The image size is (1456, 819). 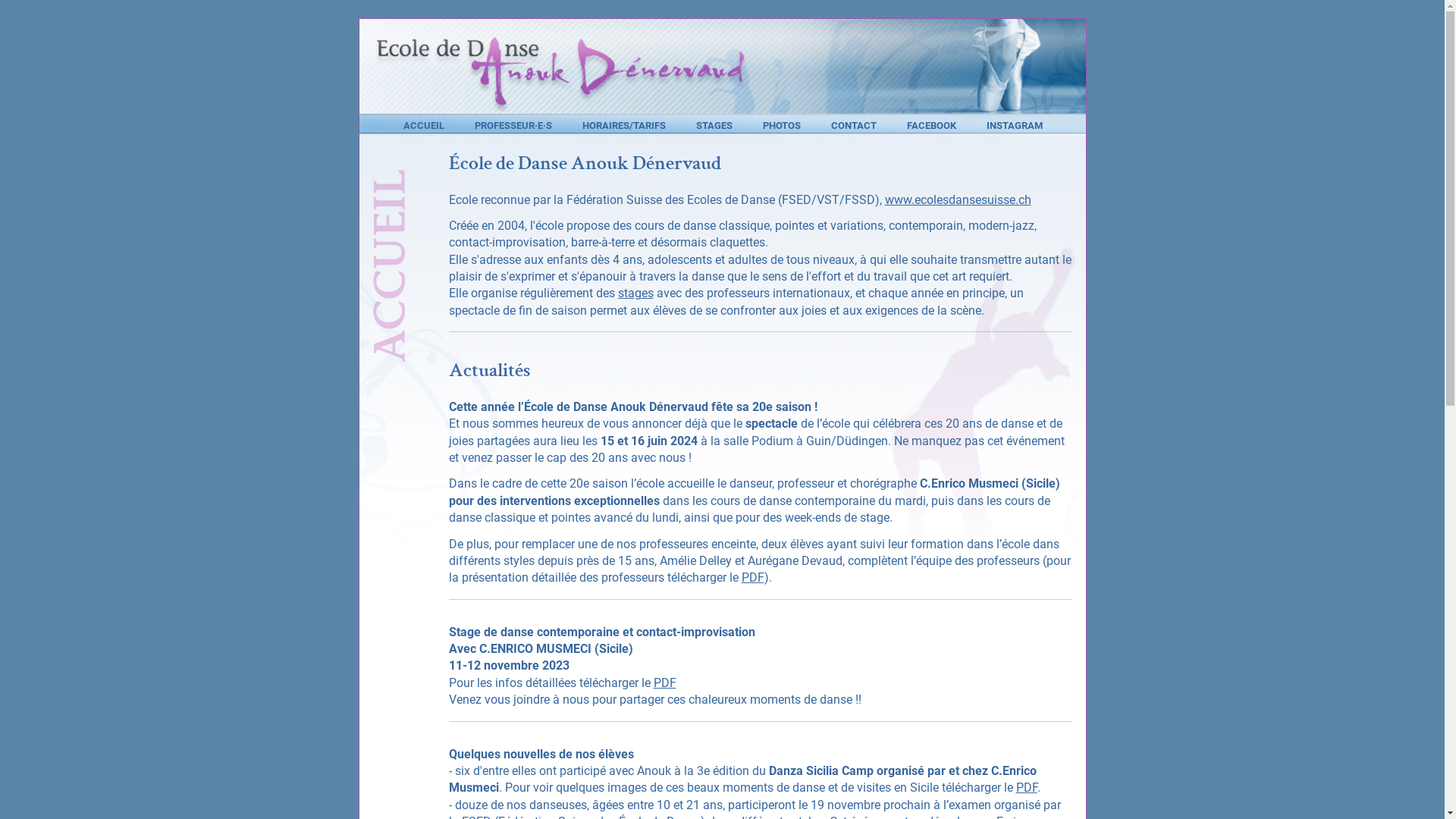 I want to click on 'INSTAGRAM', so click(x=1014, y=124).